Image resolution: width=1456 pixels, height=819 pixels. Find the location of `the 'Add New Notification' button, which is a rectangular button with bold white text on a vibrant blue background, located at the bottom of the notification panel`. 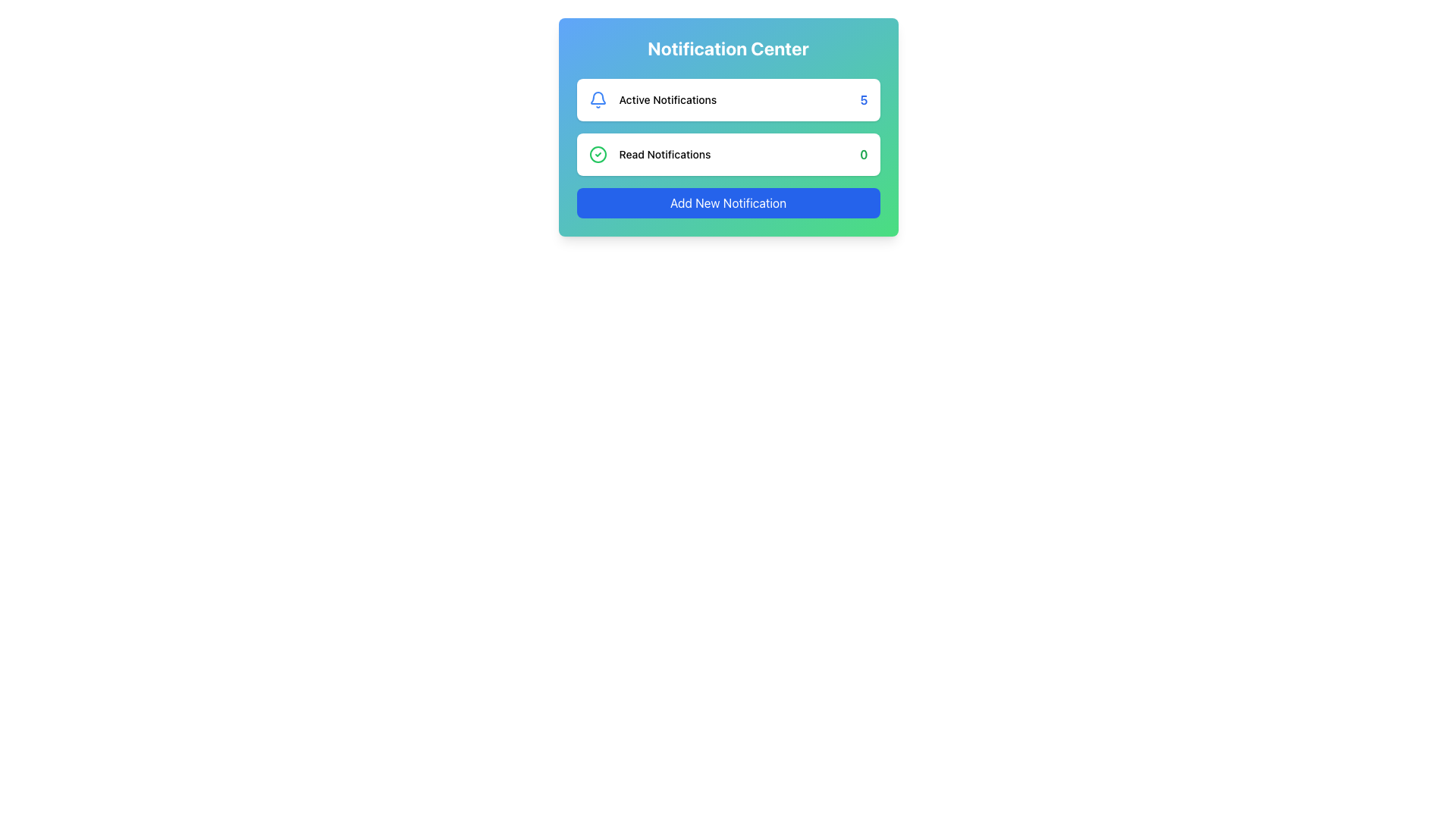

the 'Add New Notification' button, which is a rectangular button with bold white text on a vibrant blue background, located at the bottom of the notification panel is located at coordinates (728, 202).